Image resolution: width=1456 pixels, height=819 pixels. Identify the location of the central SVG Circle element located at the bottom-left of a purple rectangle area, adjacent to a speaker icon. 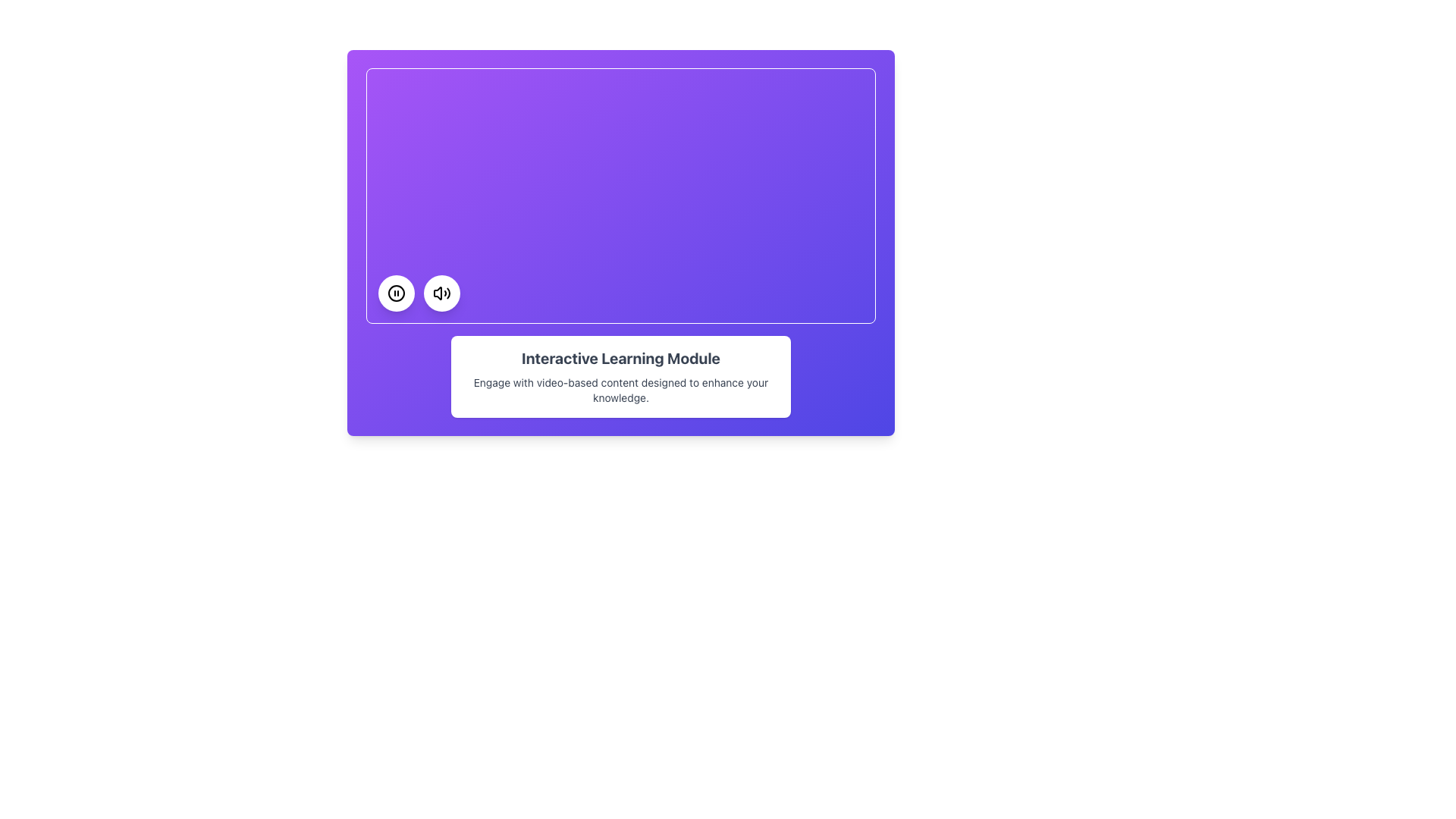
(397, 293).